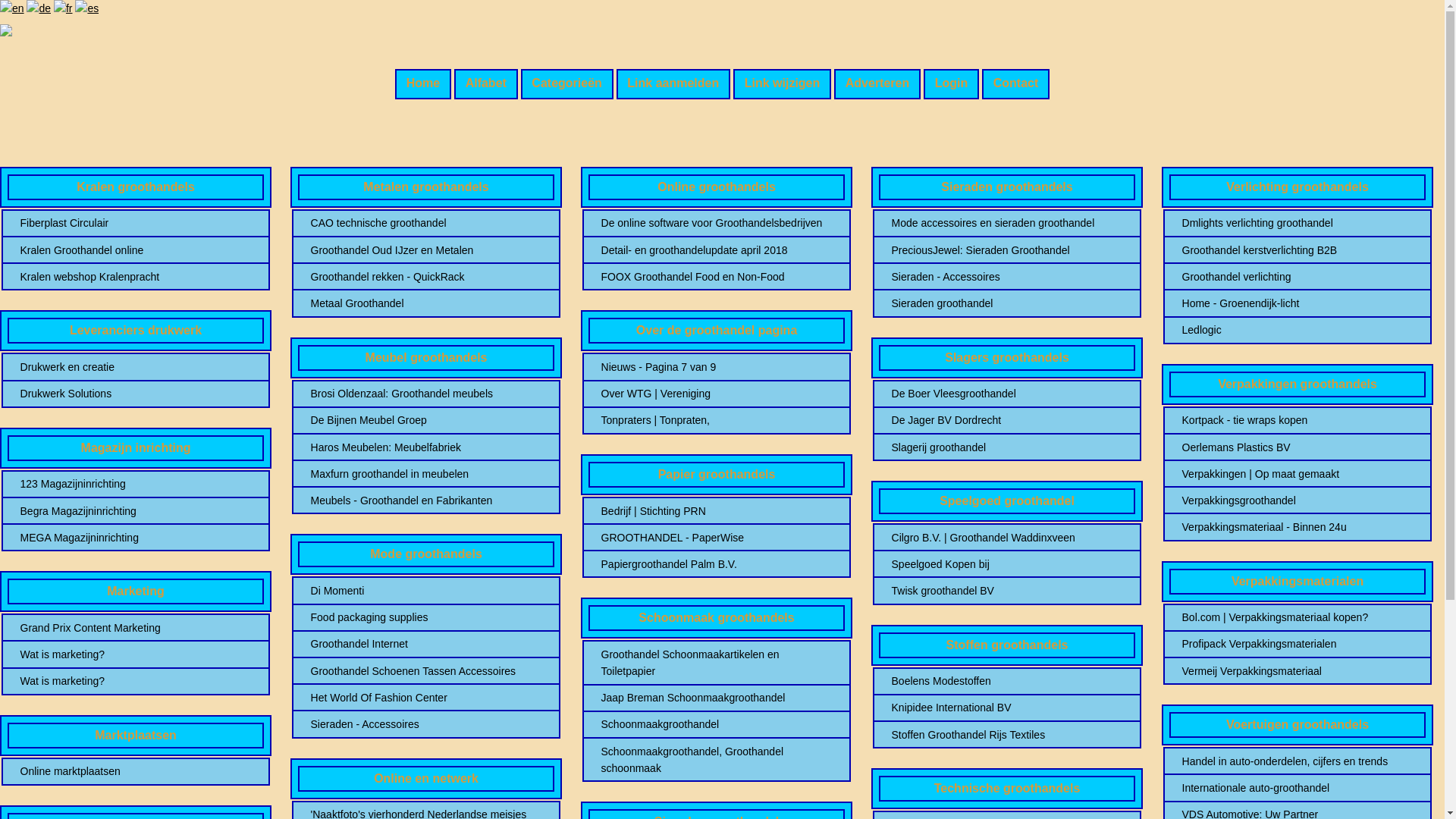  Describe the element at coordinates (1297, 329) in the screenshot. I see `'Ledlogic'` at that location.